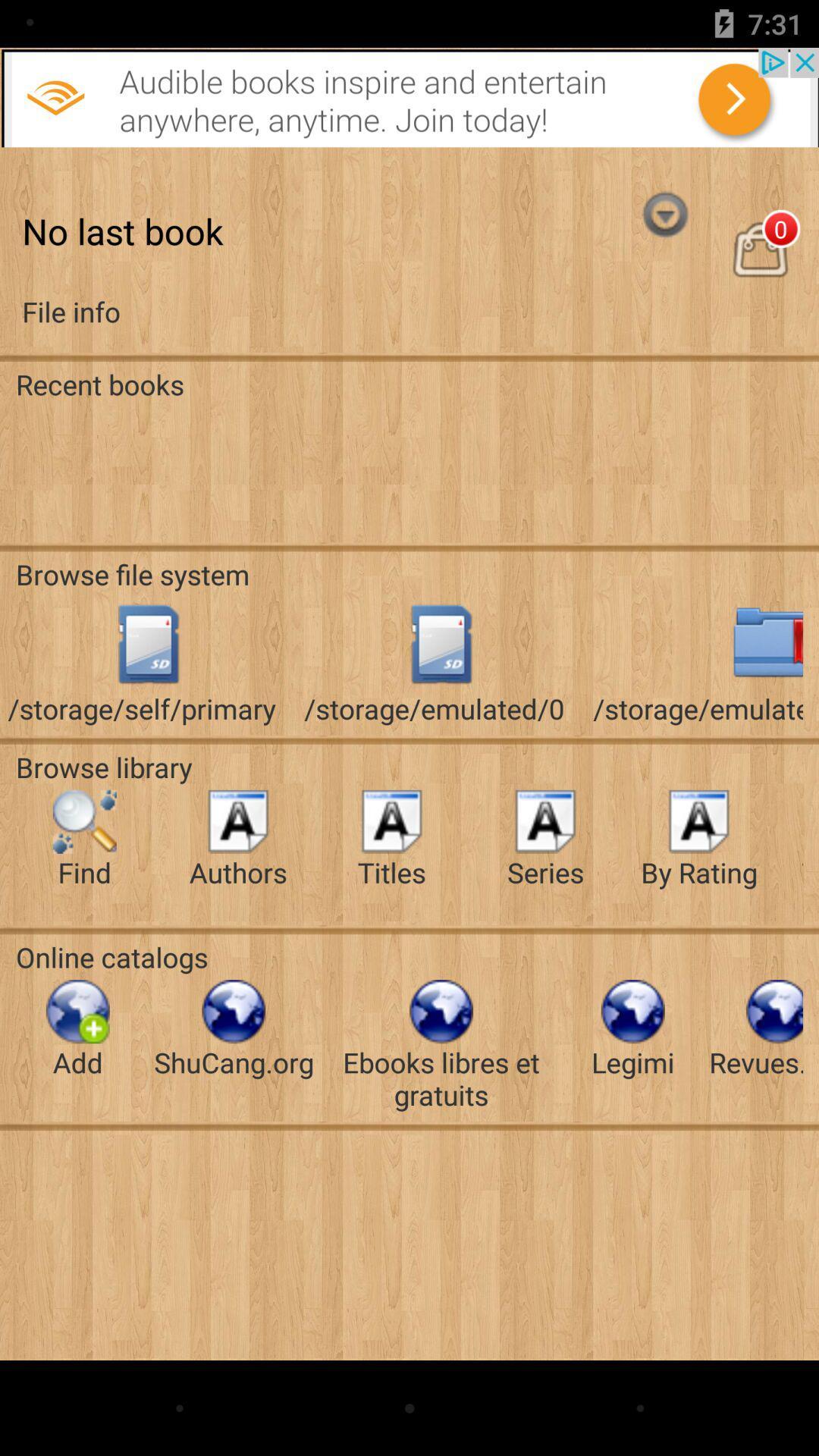 This screenshot has width=819, height=1456. I want to click on the shop icon, so click(760, 267).